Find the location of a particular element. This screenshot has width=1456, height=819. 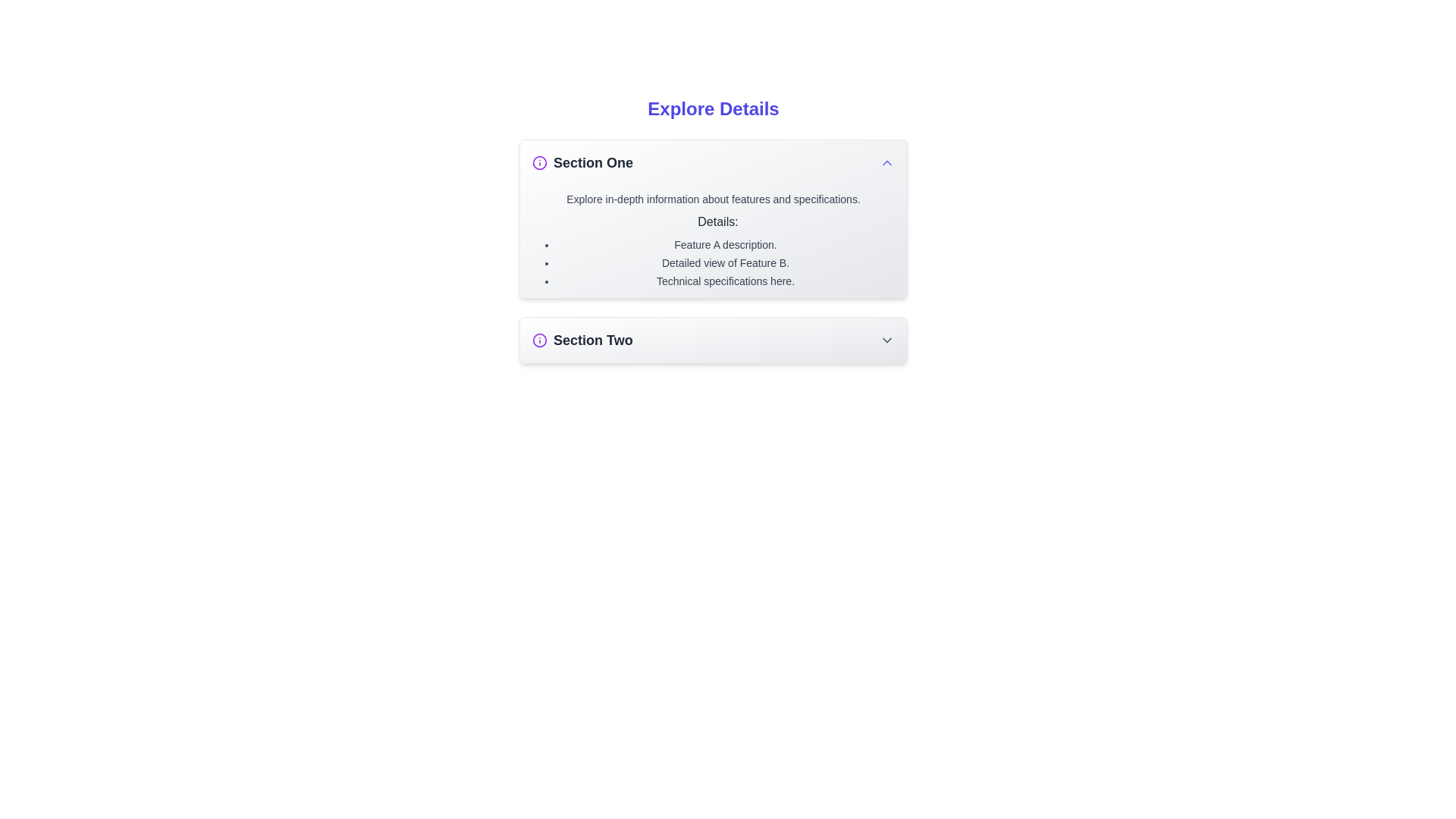

the Text Block that presents detailed information about features and specifications, located in 'Section One' below the section title is located at coordinates (712, 241).